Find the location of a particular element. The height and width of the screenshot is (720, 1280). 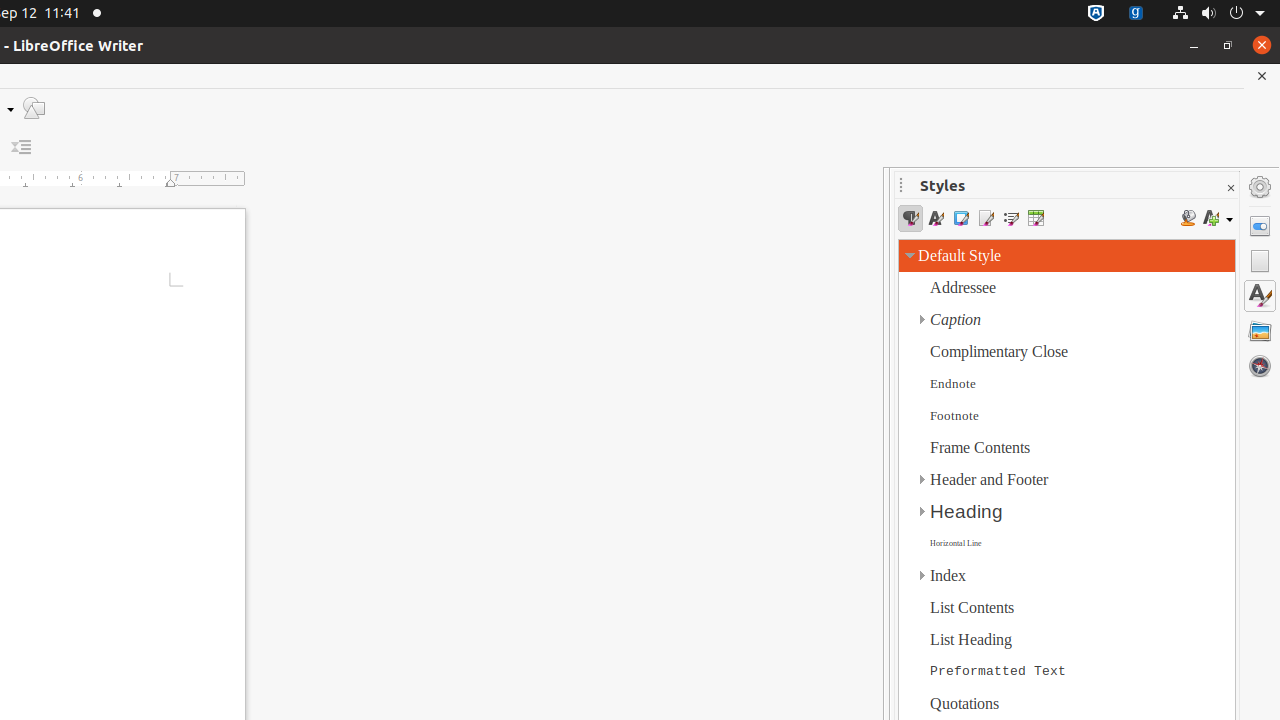

'System' is located at coordinates (1217, 13).